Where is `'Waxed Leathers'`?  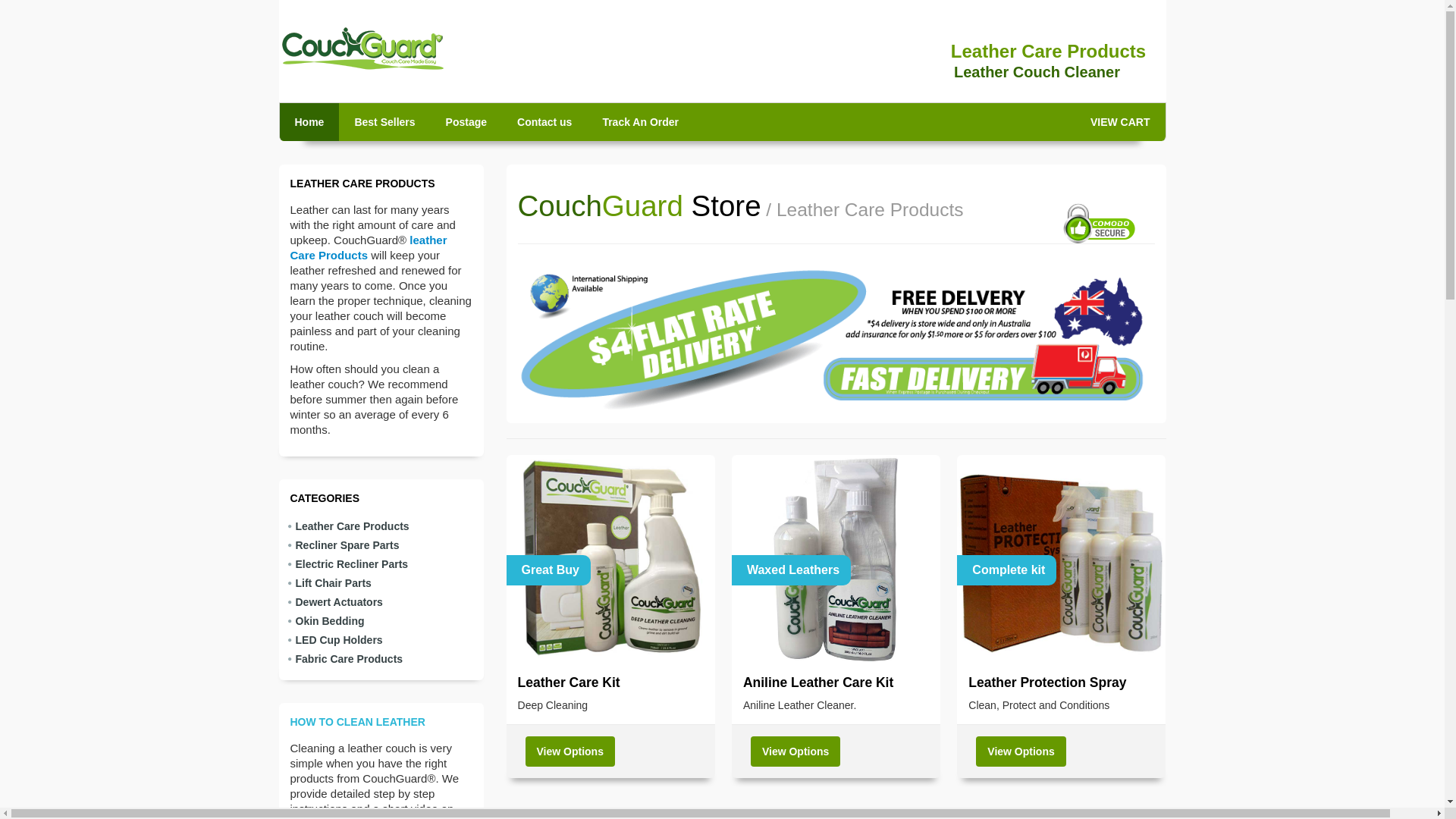
'Waxed Leathers' is located at coordinates (835, 559).